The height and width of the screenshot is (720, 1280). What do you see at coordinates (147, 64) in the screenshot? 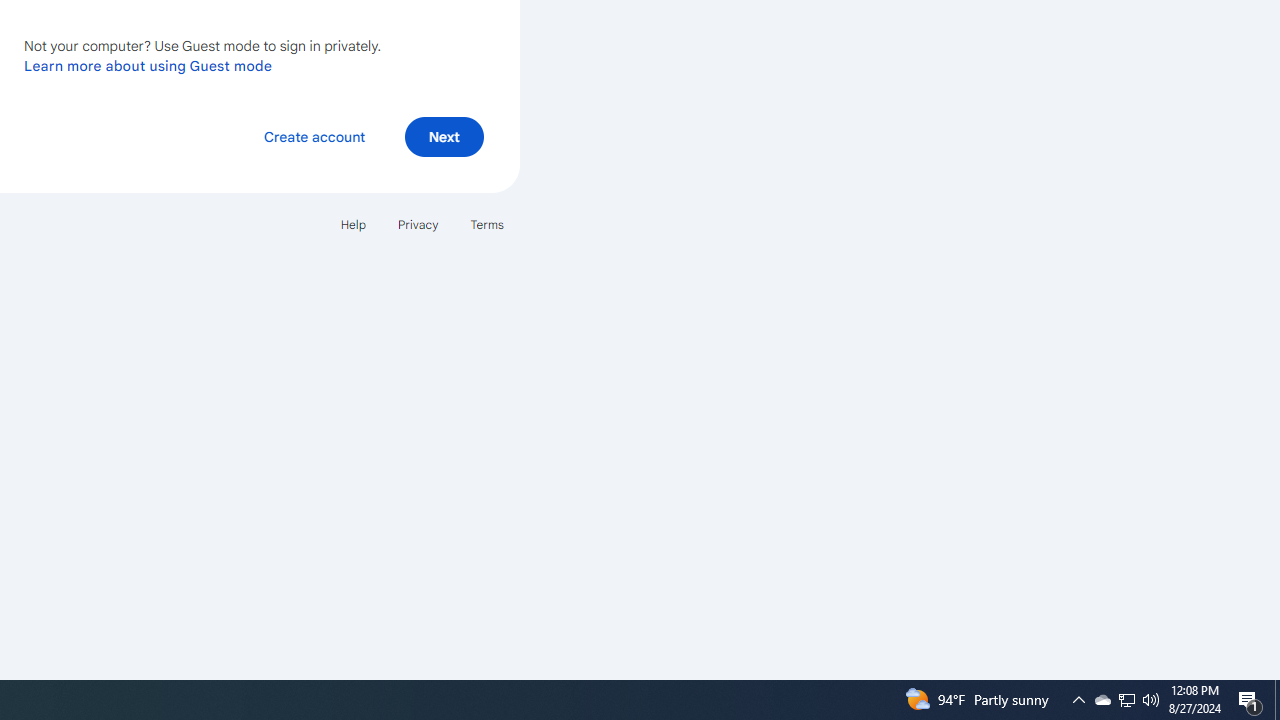
I see `'Learn more about using Guest mode'` at bounding box center [147, 64].